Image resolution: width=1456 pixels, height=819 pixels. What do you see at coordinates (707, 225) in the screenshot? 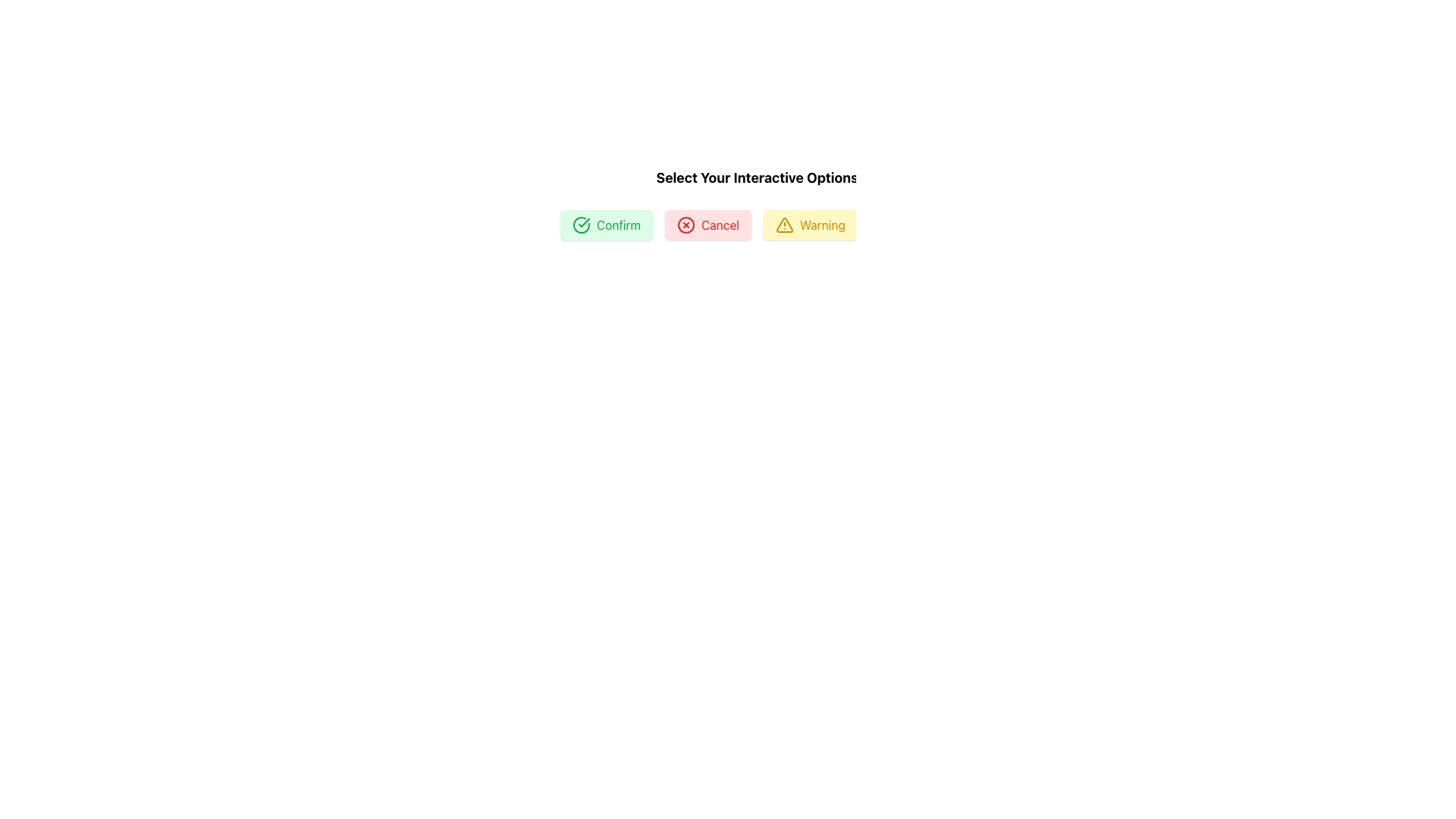
I see `the 'Cancel' button, which is the second button in a horizontal group of four` at bounding box center [707, 225].